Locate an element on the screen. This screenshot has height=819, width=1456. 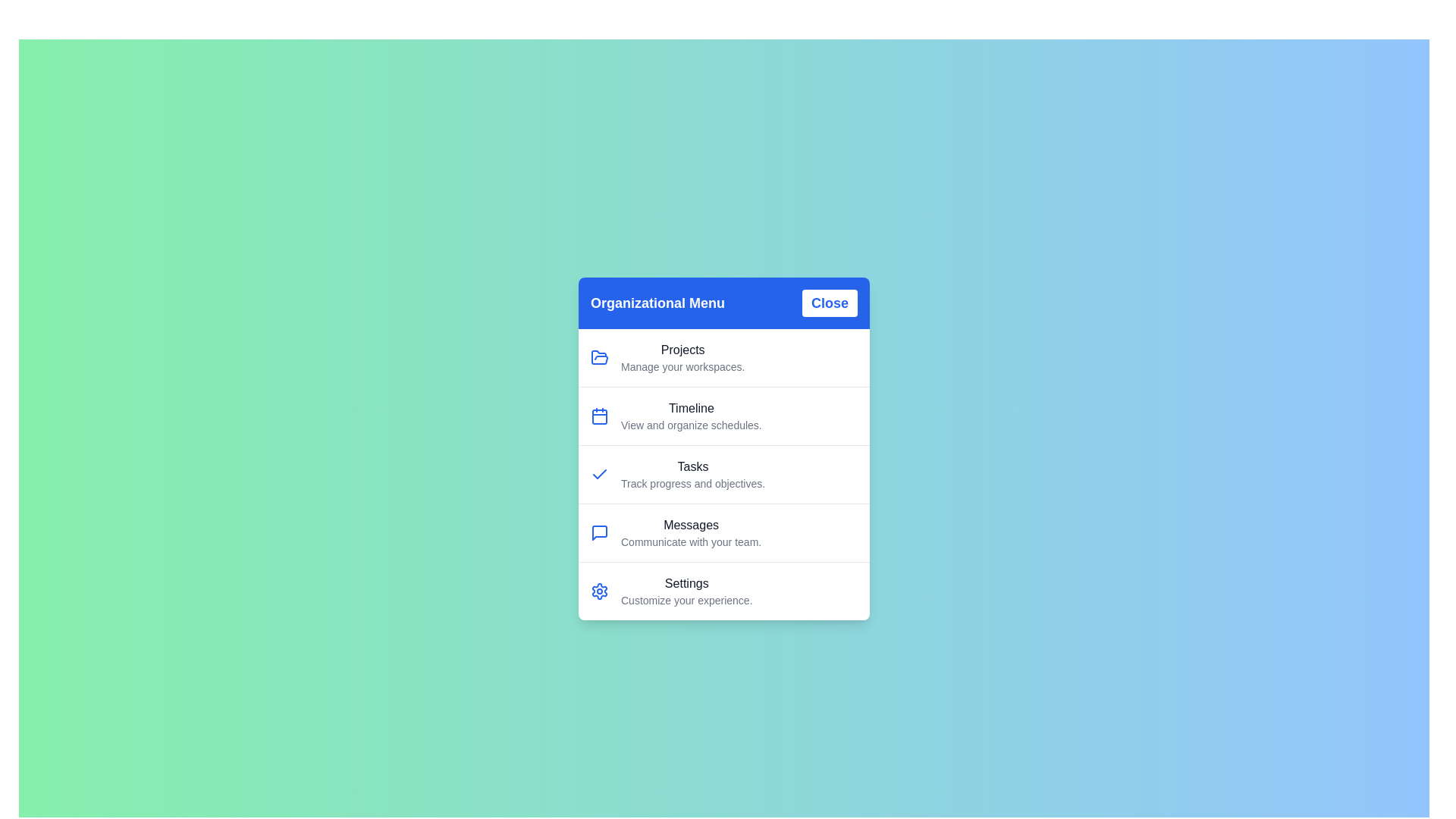
the menu item labeled Tasks to trigger its hover state is located at coordinates (723, 472).